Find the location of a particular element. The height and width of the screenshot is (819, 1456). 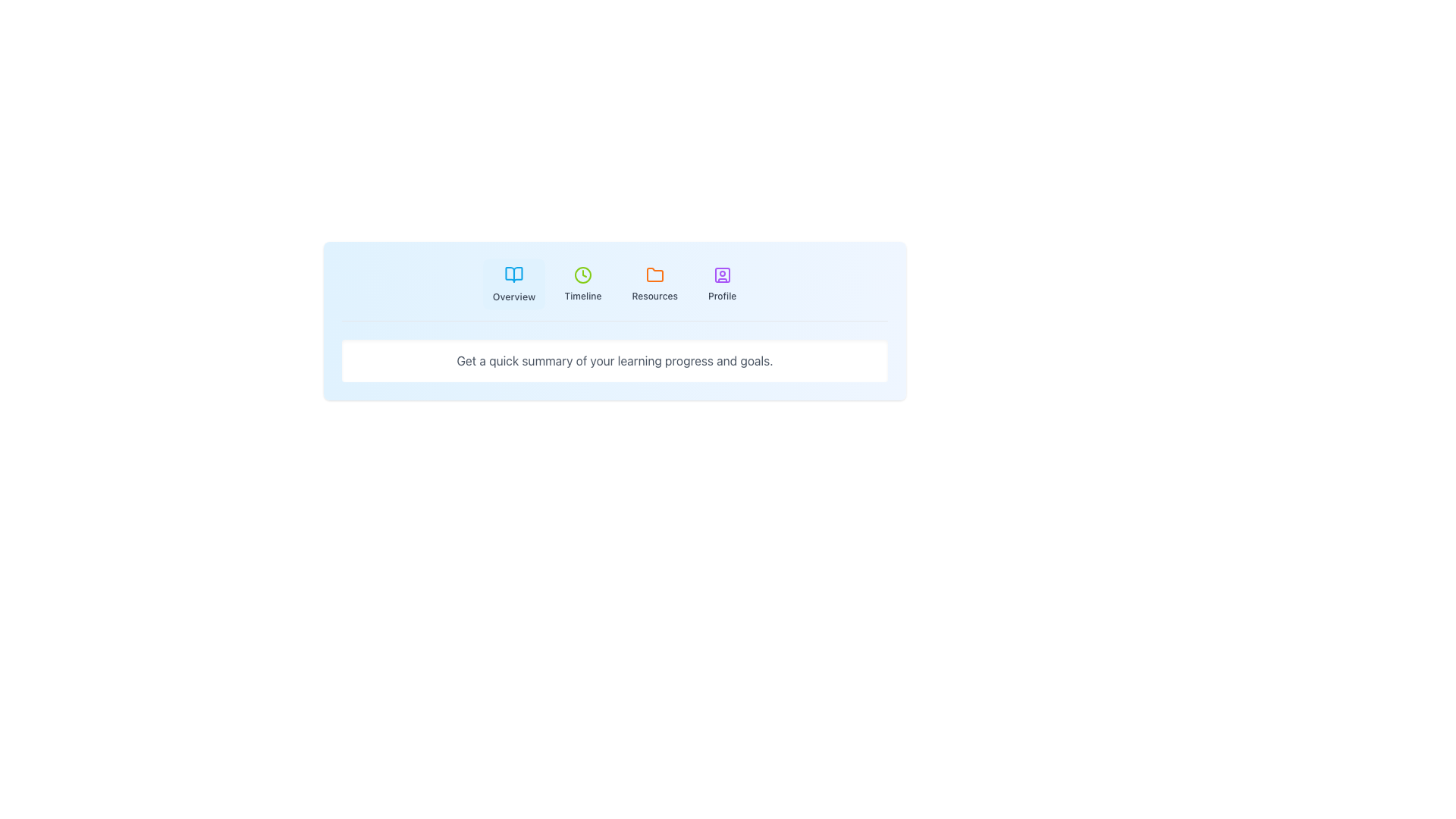

the Text content display that has a white background and contains the text 'Get a quick summary of your learning progress and goals.' is located at coordinates (615, 360).